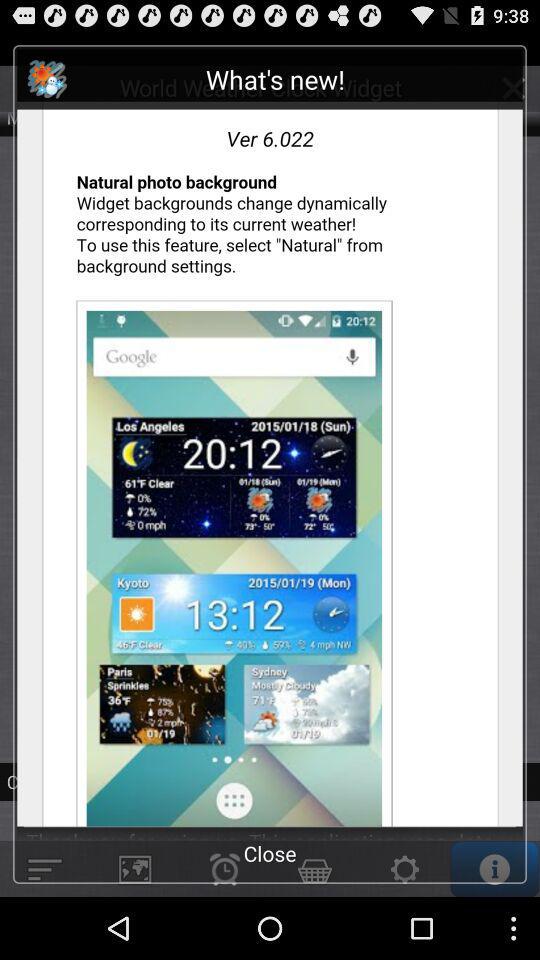 Image resolution: width=540 pixels, height=960 pixels. I want to click on check new features, so click(270, 444).